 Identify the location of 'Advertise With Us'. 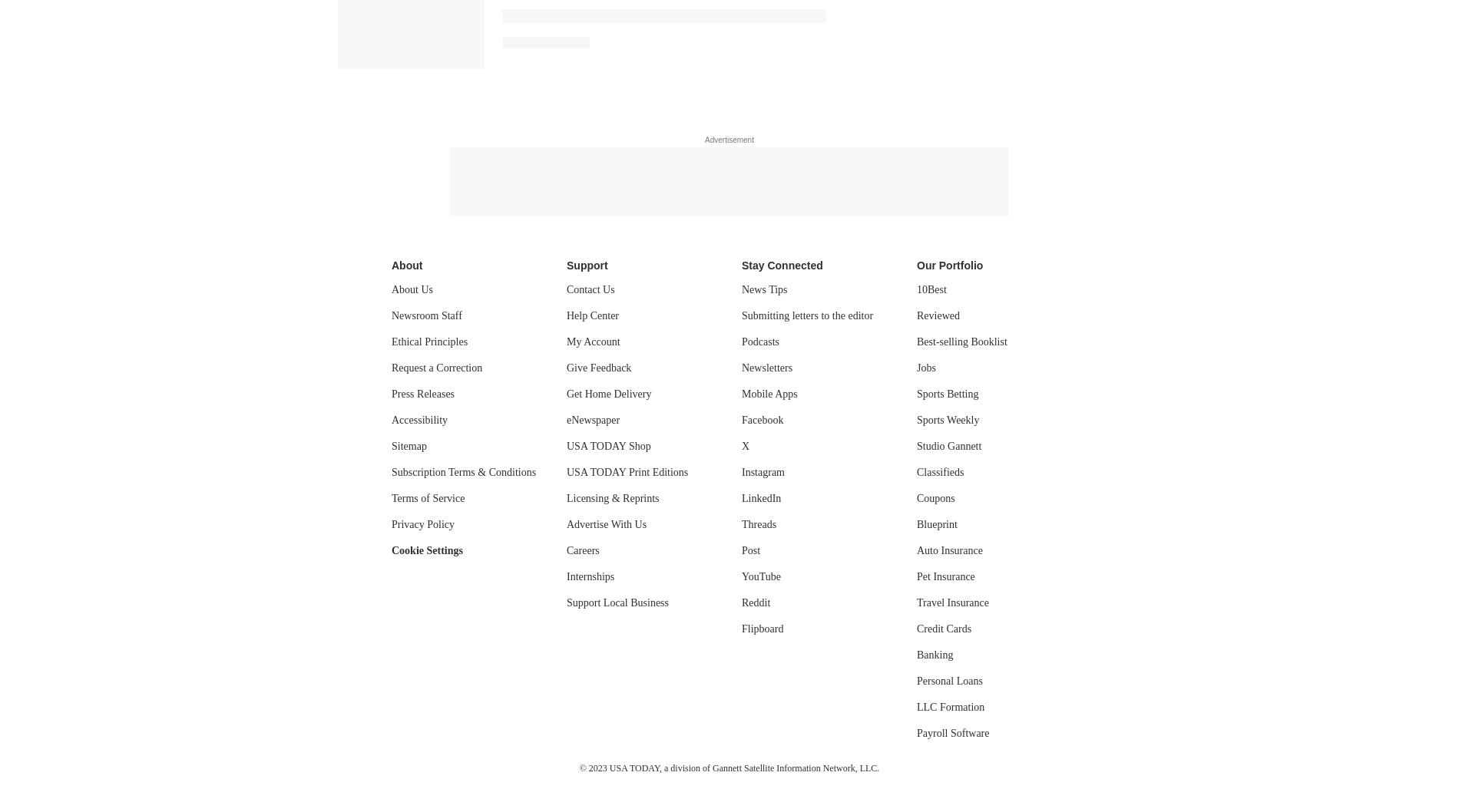
(606, 523).